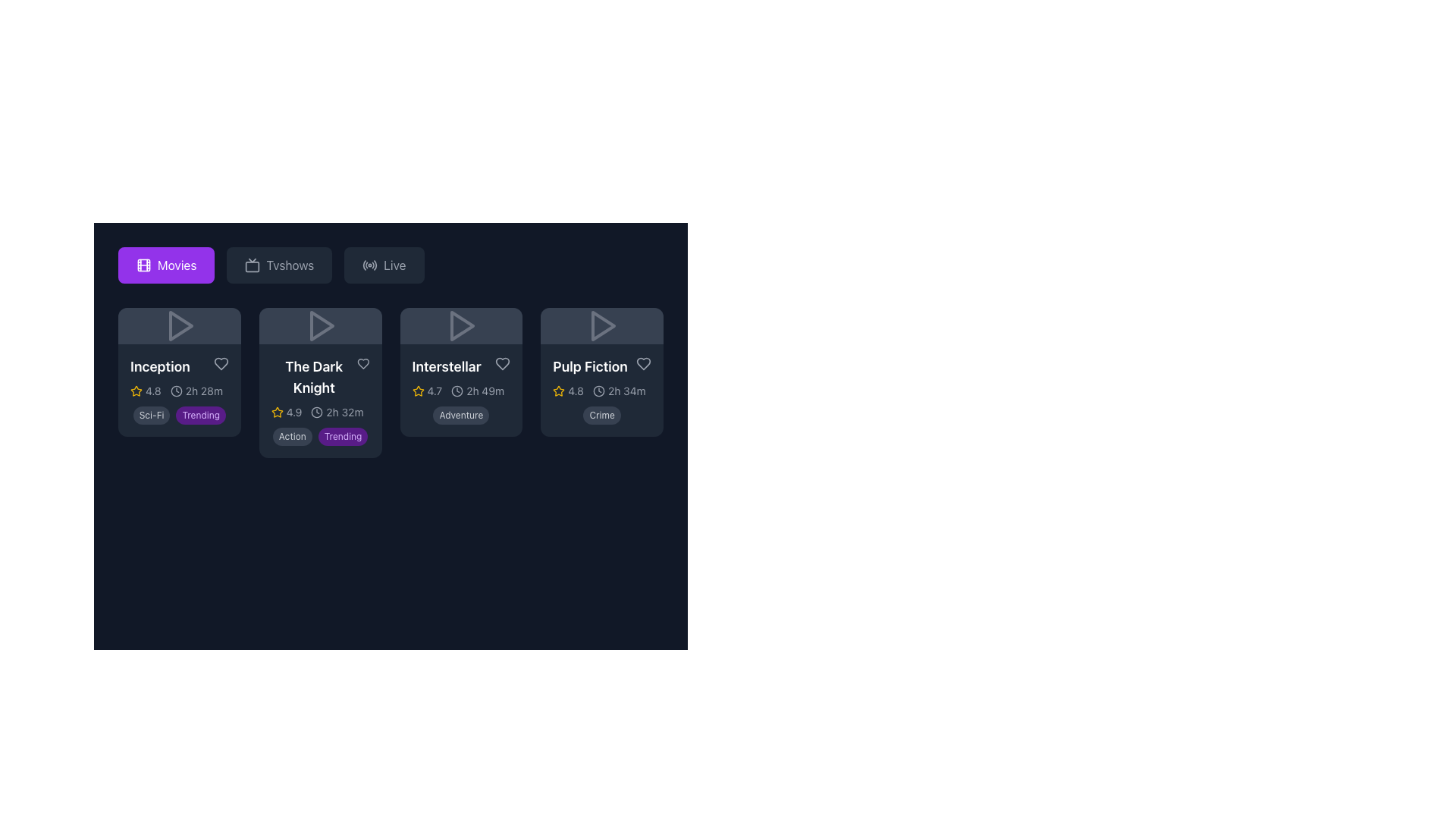  Describe the element at coordinates (179, 366) in the screenshot. I see `title text 'Inception' from the top-left corner of the movie card, which is prominently displayed in bold white font, above the rating and runtime information` at that location.